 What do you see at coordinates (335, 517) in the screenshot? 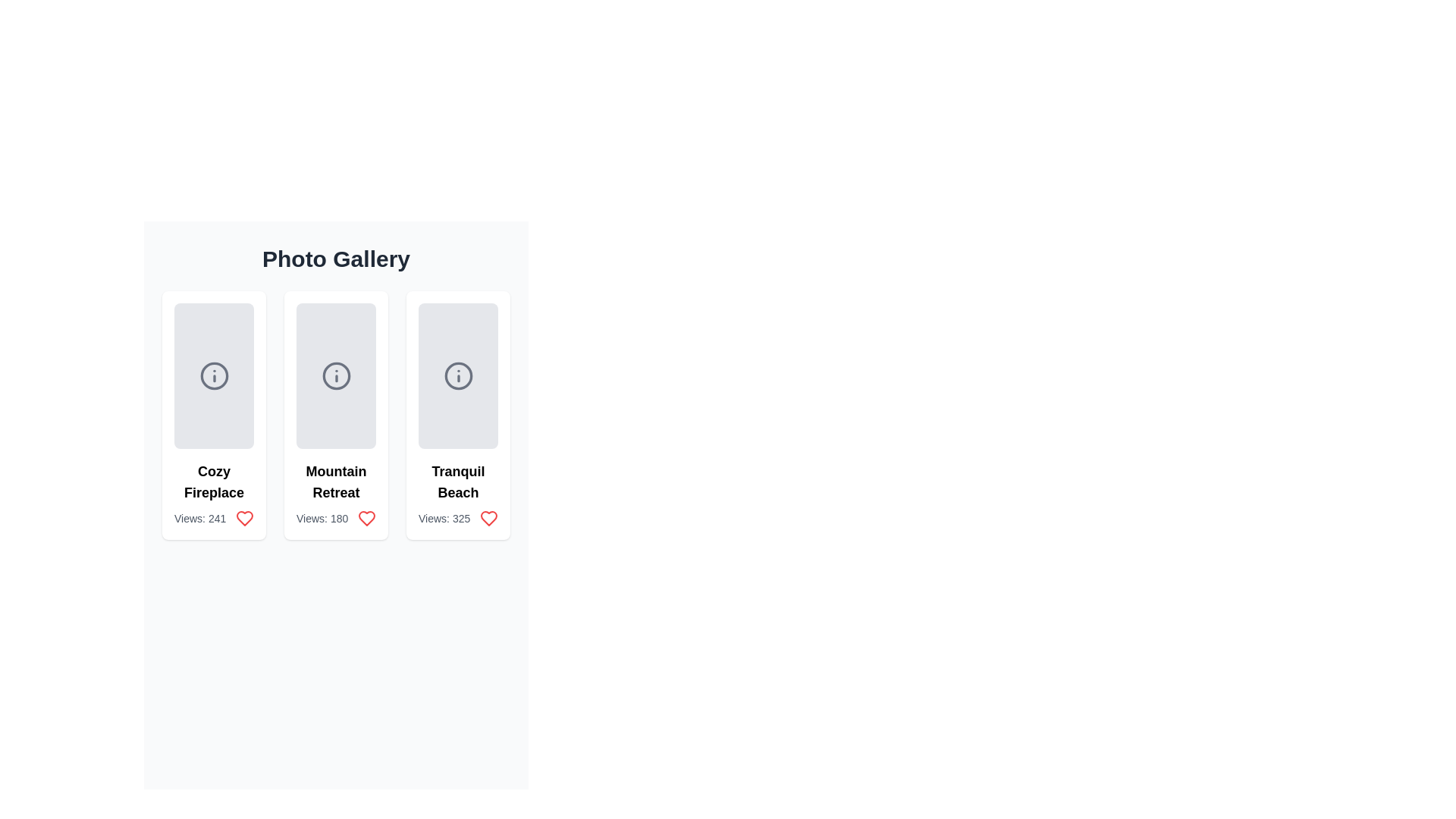
I see `the text label displaying 'Views: 180' located at the bottom section of the 'Mountain Retreat' card` at bounding box center [335, 517].